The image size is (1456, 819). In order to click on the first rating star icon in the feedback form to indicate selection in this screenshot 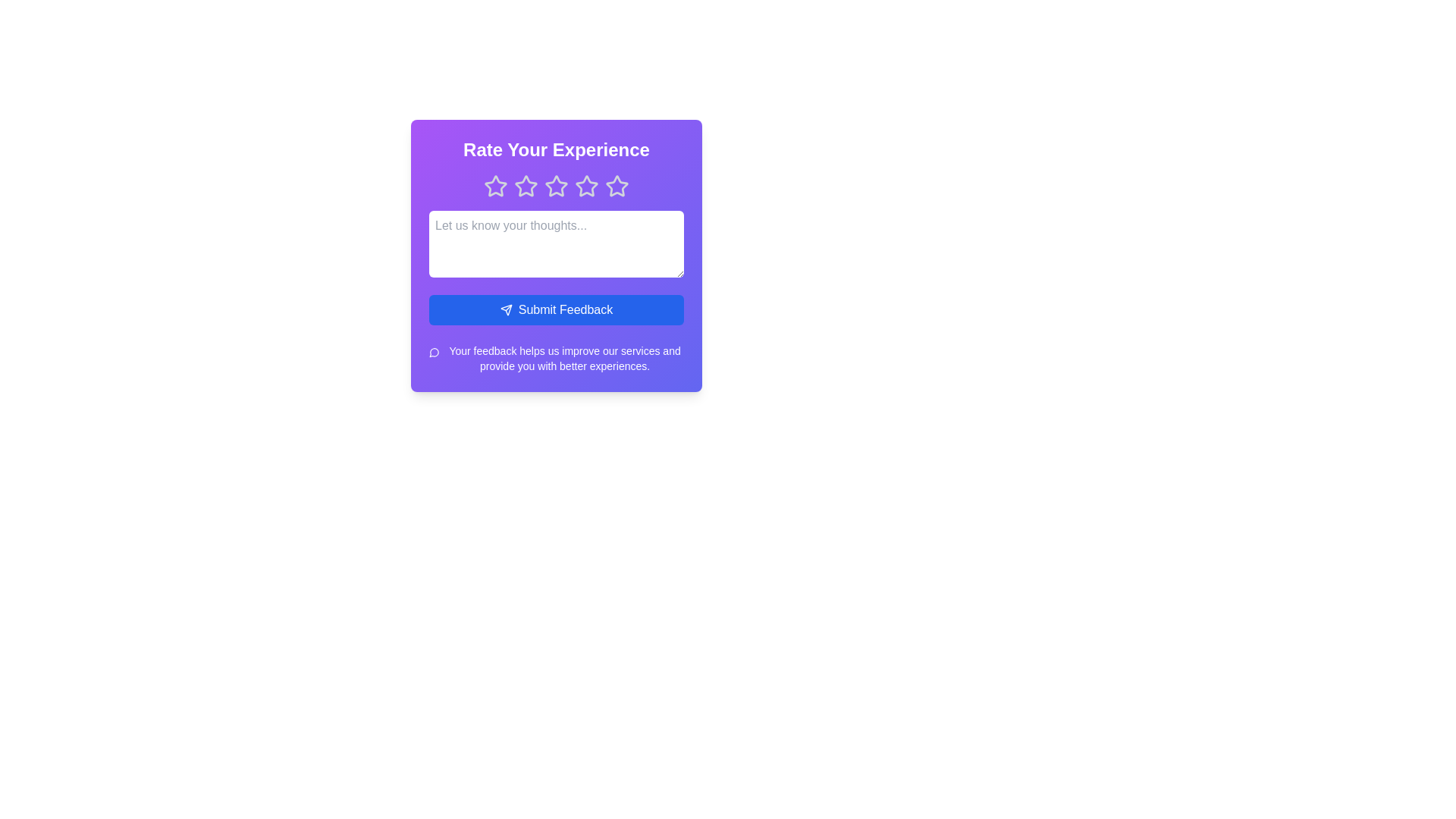, I will do `click(495, 185)`.